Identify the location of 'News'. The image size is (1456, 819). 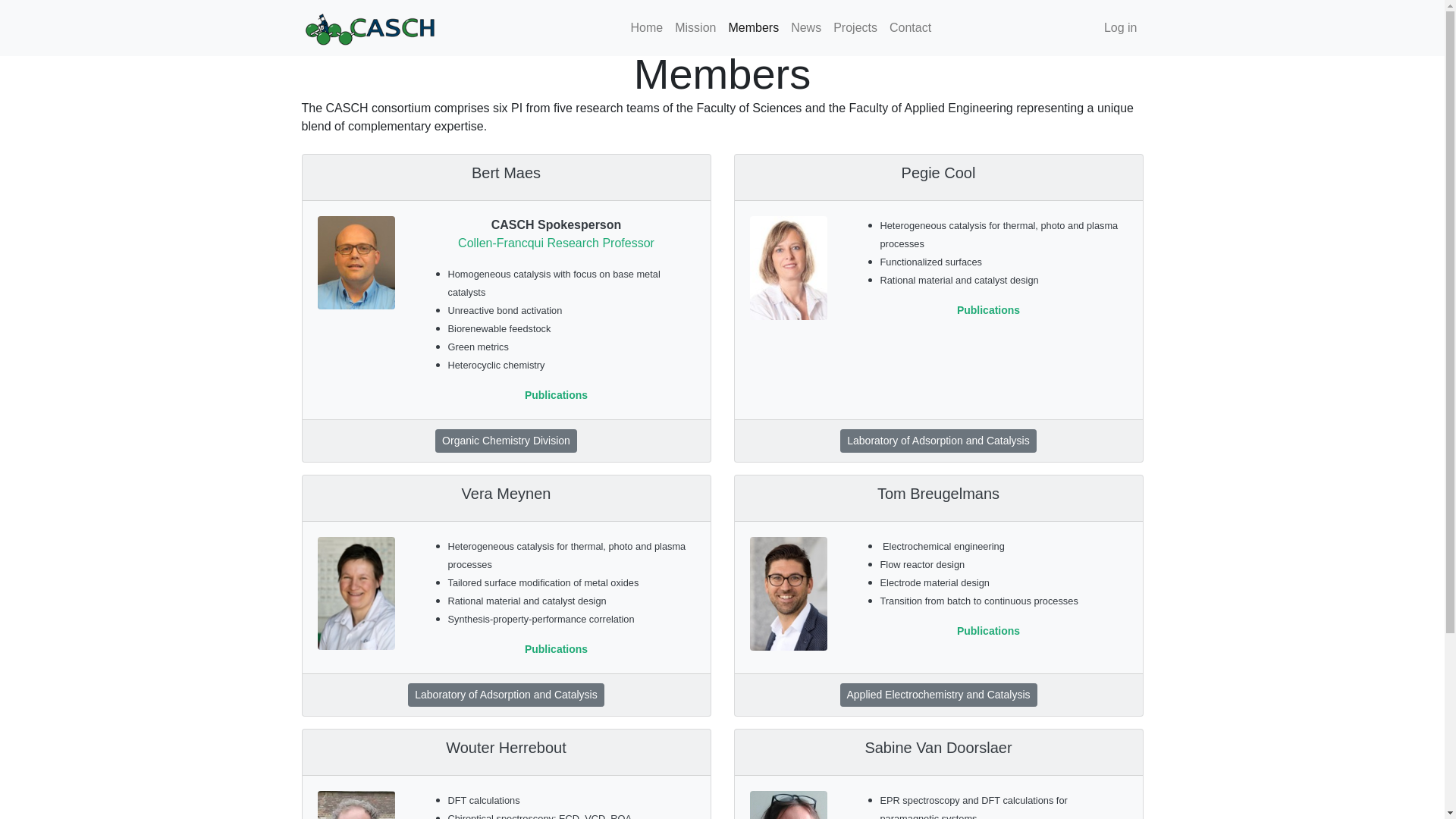
(805, 28).